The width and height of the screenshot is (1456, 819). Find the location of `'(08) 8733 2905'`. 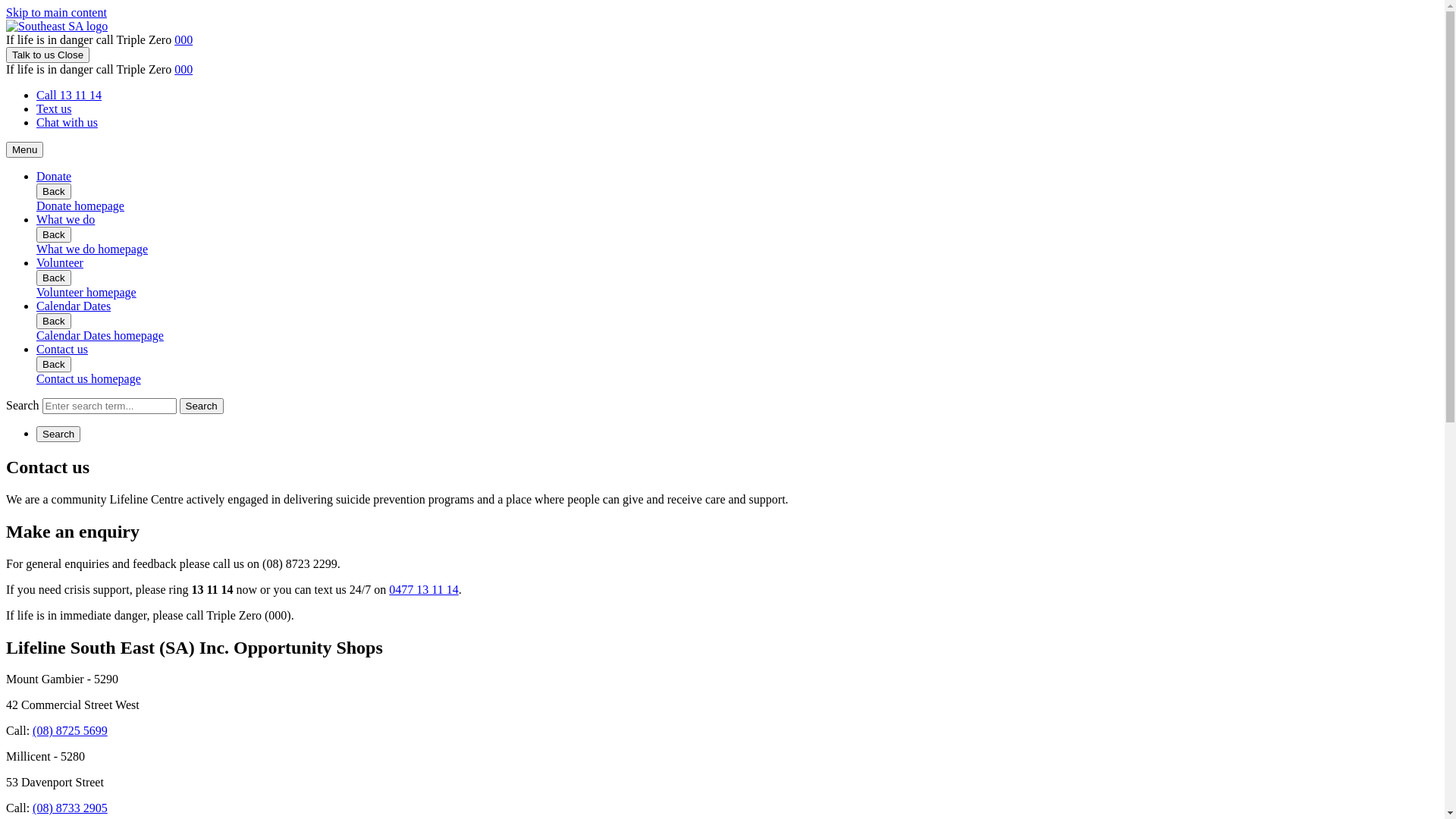

'(08) 8733 2905' is located at coordinates (69, 807).